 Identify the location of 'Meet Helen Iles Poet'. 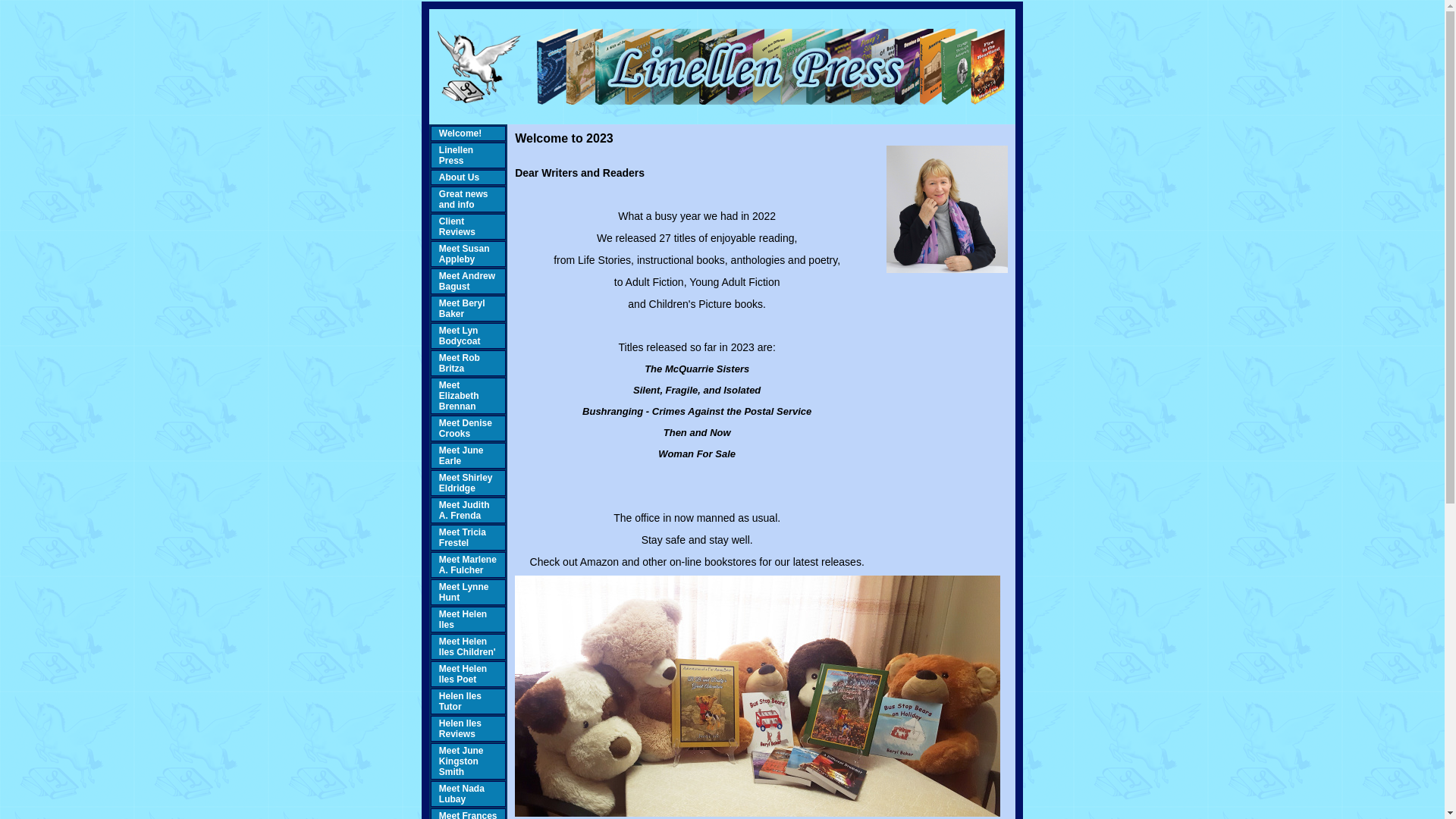
(438, 673).